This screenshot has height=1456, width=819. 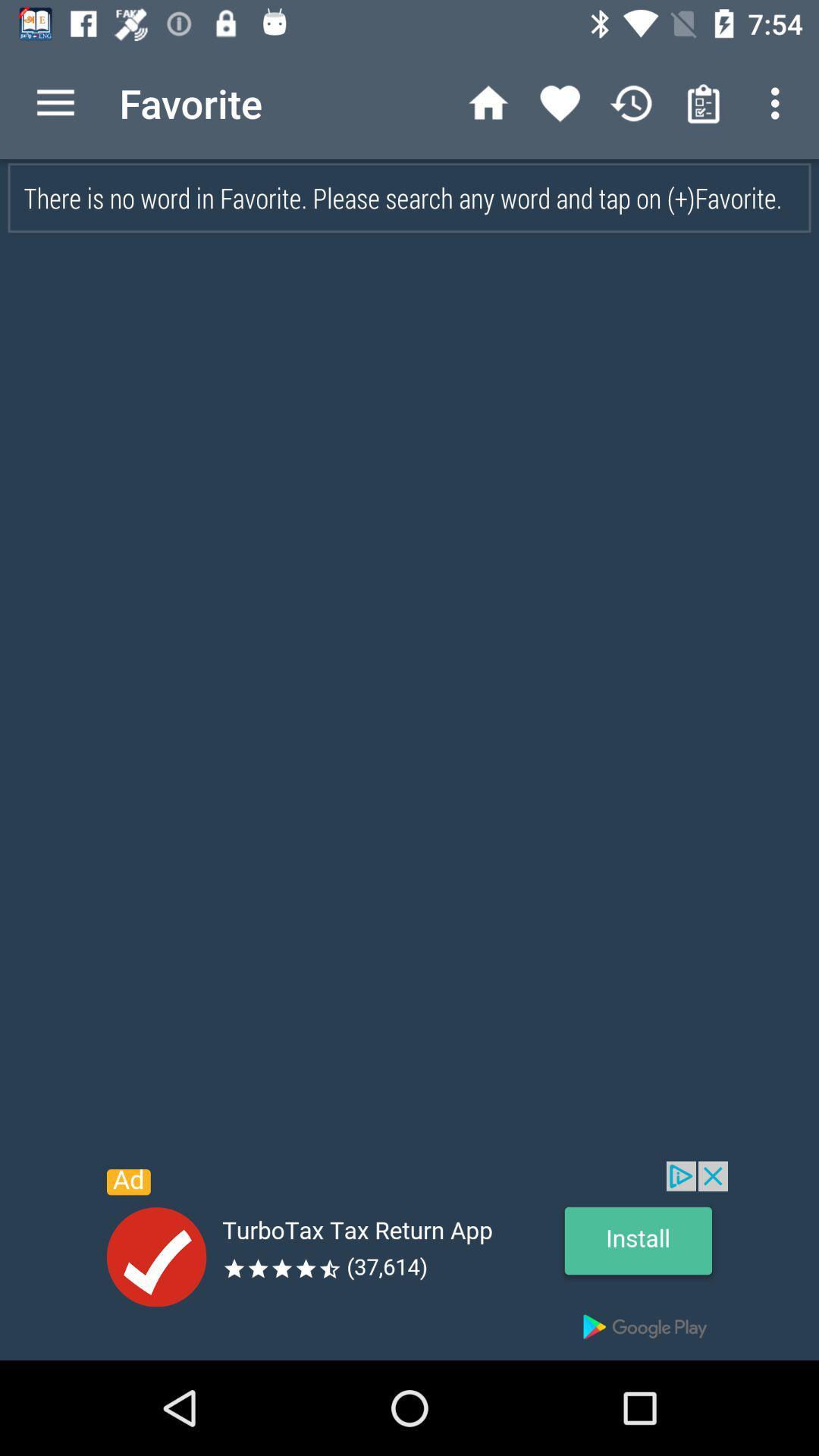 I want to click on click advertisement, so click(x=409, y=1260).